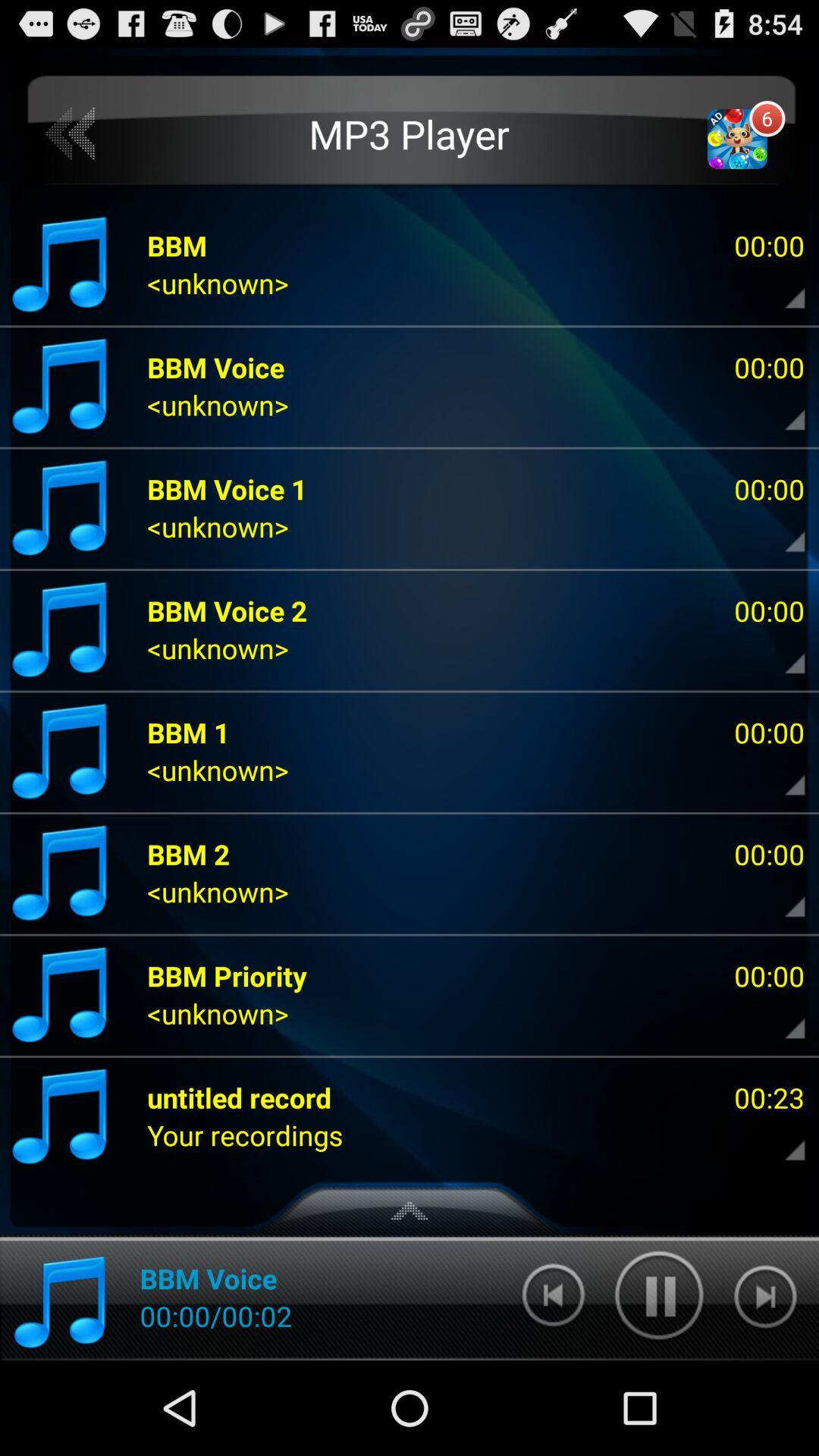  Describe the element at coordinates (239, 1097) in the screenshot. I see `item below <unknown> icon` at that location.